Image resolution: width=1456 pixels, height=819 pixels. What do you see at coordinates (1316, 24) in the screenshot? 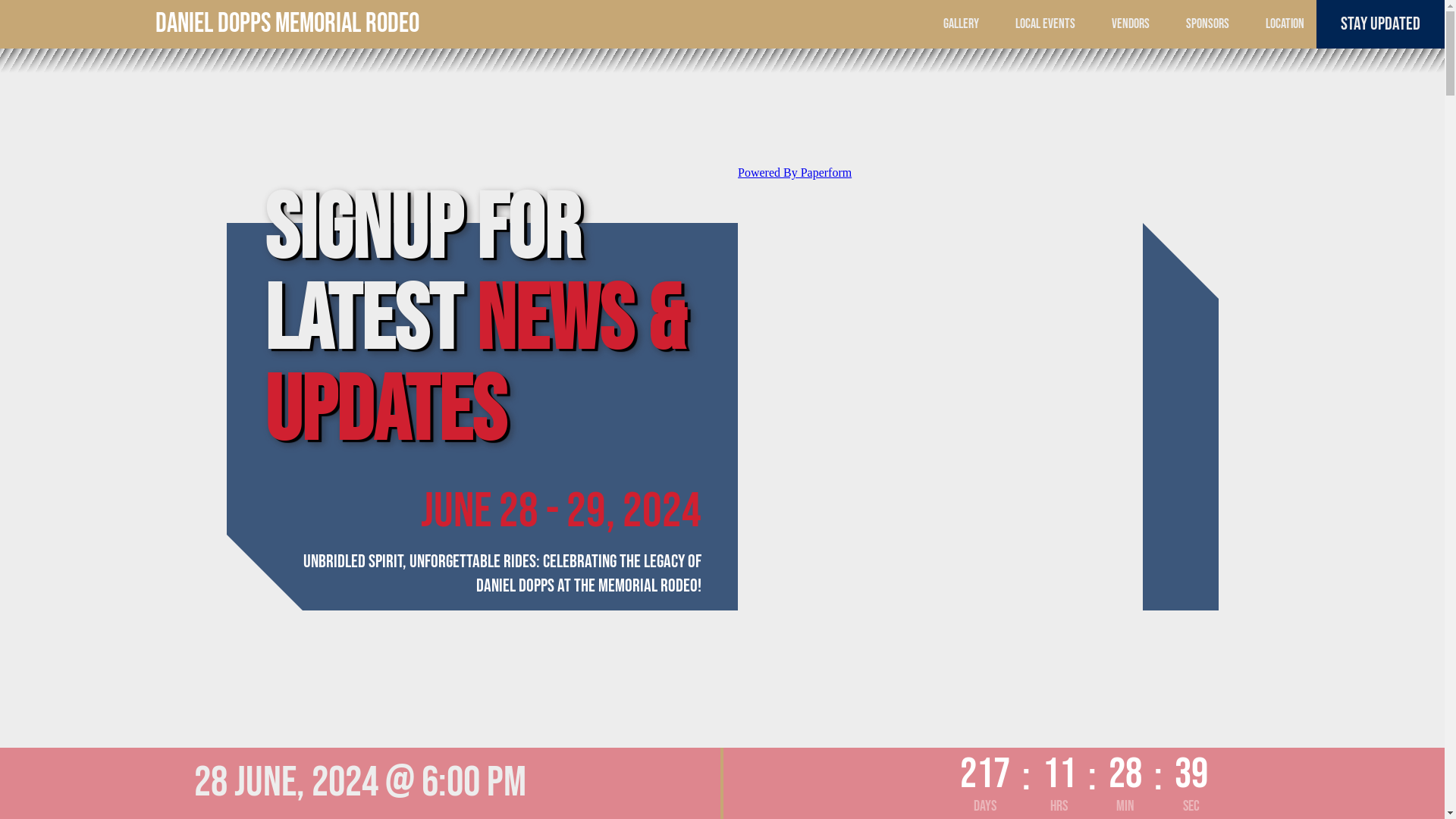
I see `'STAY UPDATED'` at bounding box center [1316, 24].